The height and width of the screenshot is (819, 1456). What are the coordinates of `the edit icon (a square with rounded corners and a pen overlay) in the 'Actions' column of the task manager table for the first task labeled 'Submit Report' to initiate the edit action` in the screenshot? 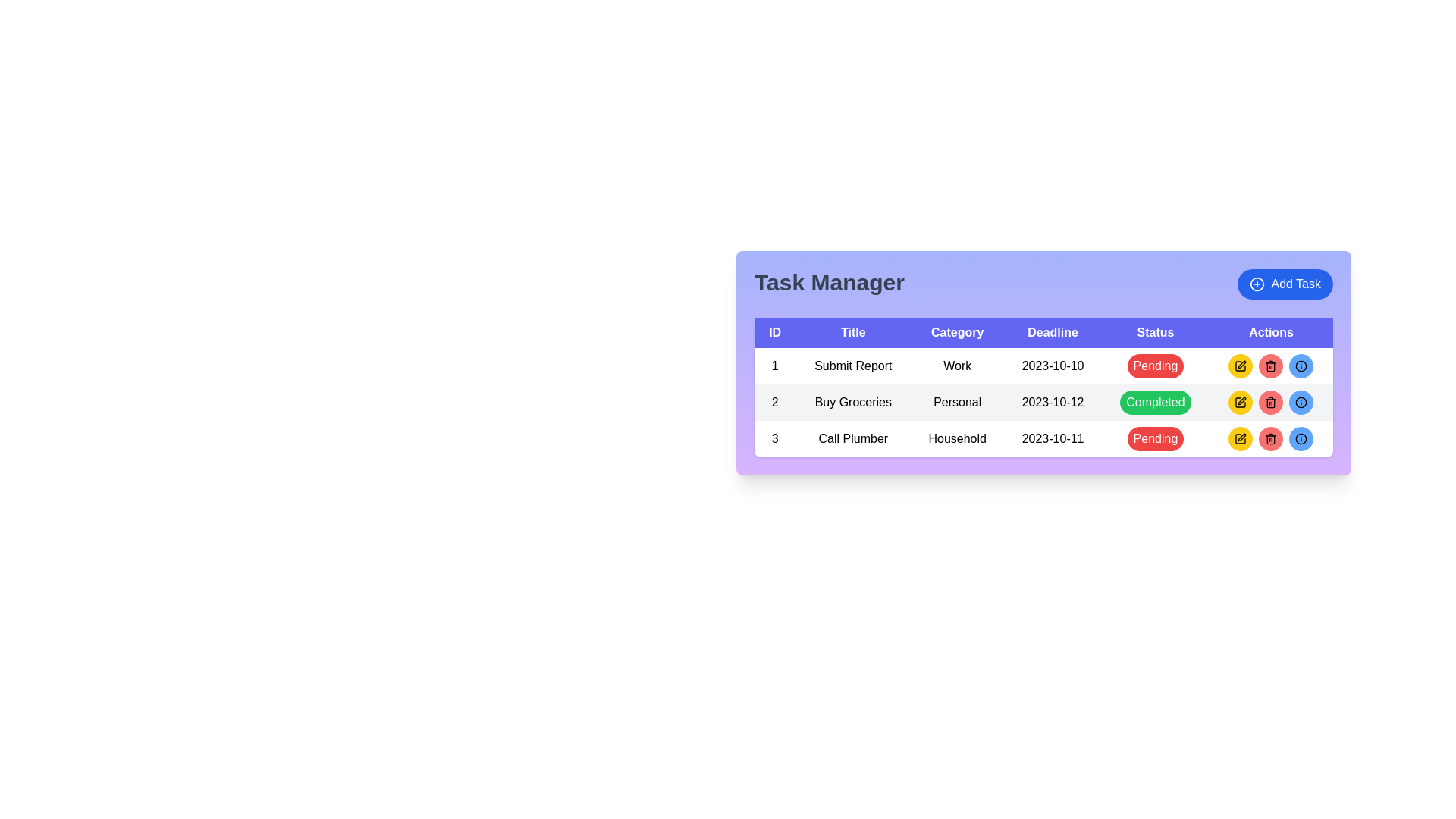 It's located at (1241, 402).